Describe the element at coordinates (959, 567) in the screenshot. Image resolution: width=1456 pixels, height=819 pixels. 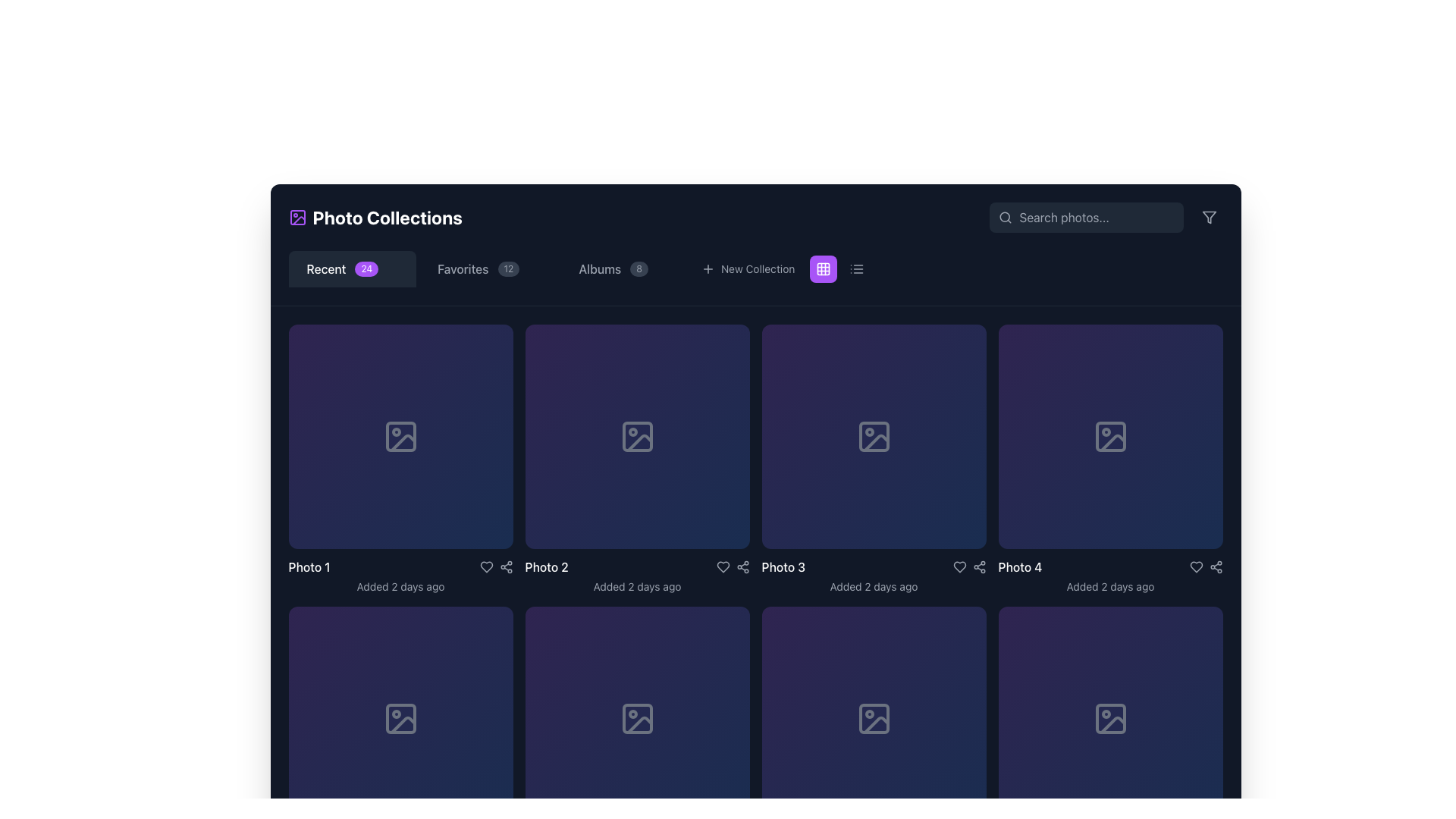
I see `the heart icon button, which indicates a 'like' or 'favorite' action` at that location.